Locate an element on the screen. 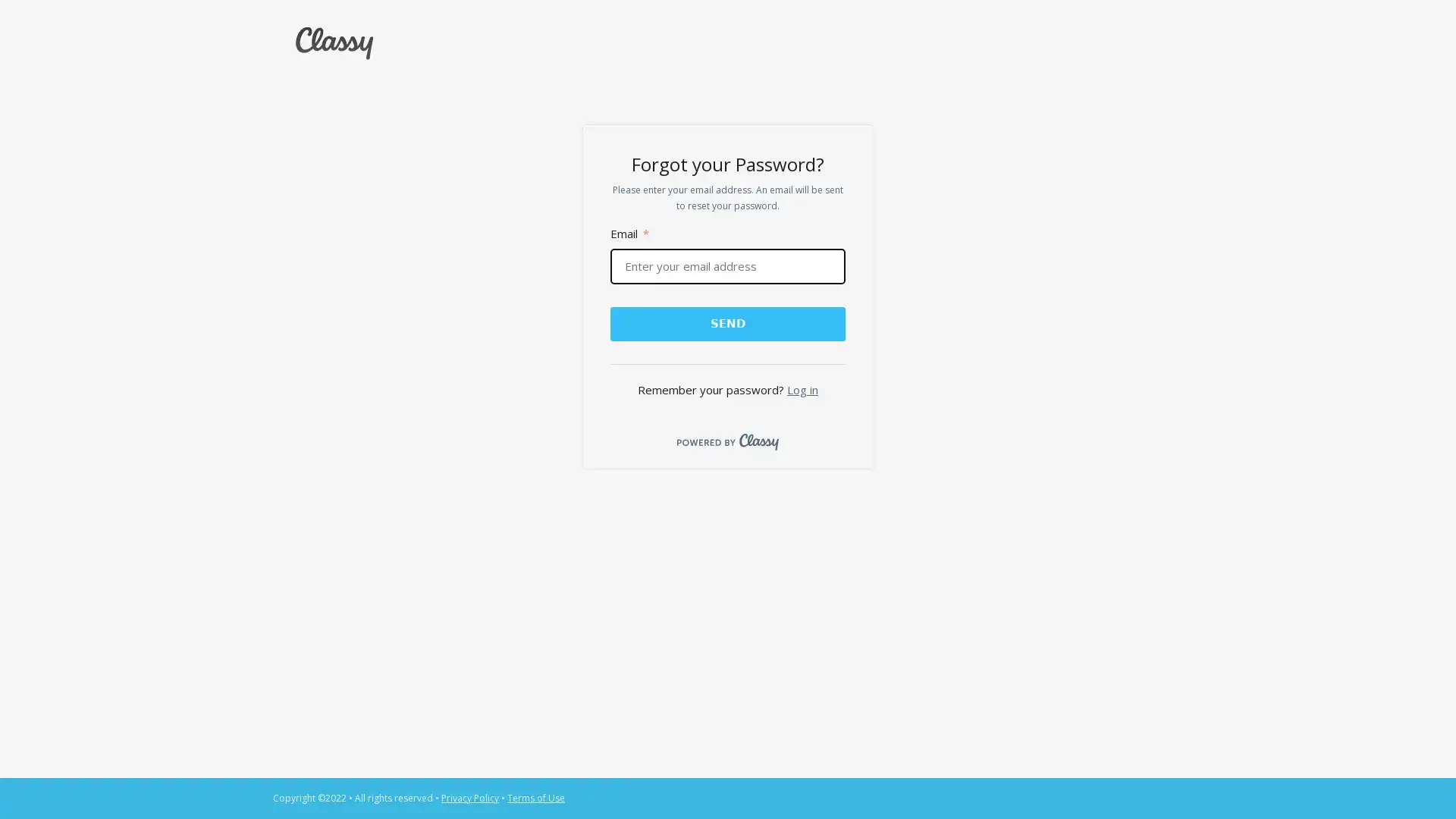 This screenshot has height=819, width=1456. SEND is located at coordinates (726, 322).